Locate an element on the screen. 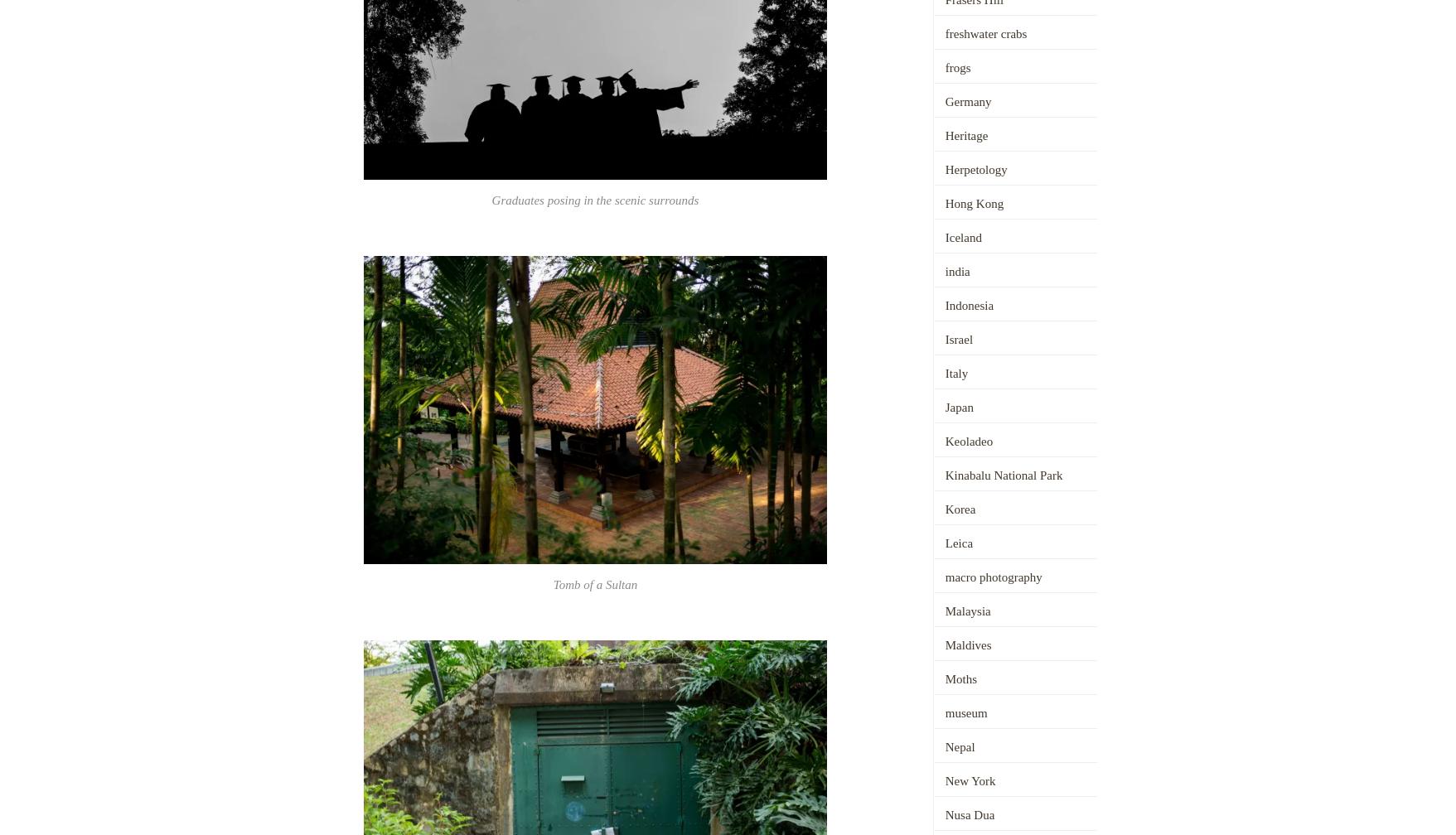 The width and height of the screenshot is (1456, 835). 'Iceland' is located at coordinates (962, 237).